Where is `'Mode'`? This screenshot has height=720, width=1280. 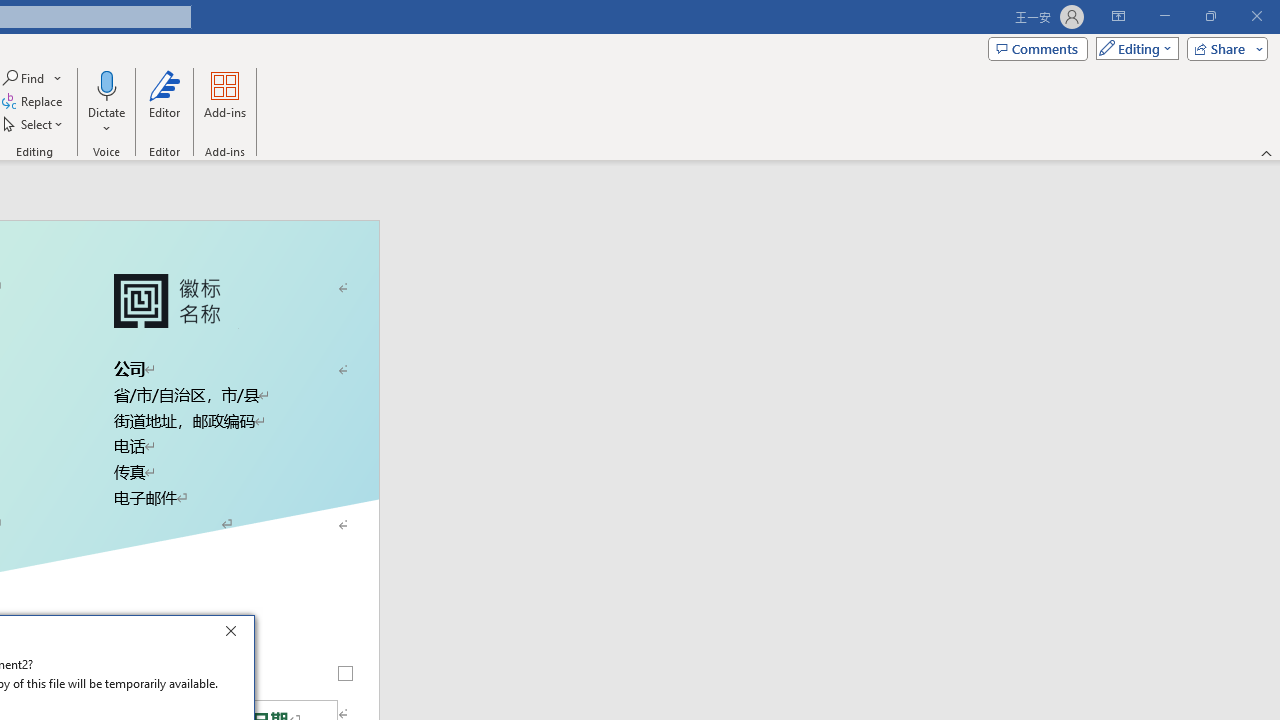 'Mode' is located at coordinates (1133, 47).